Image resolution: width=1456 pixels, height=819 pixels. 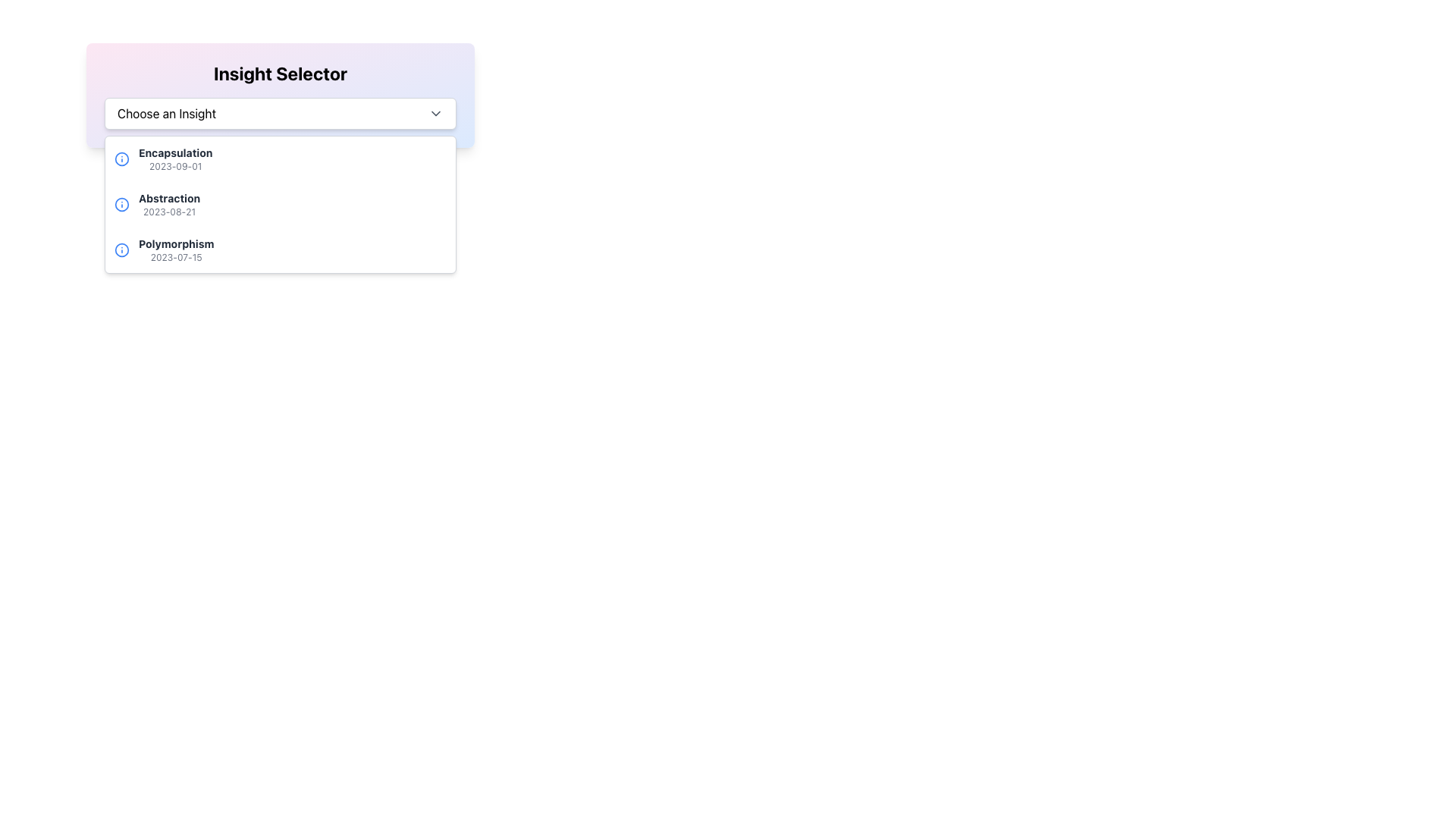 What do you see at coordinates (280, 249) in the screenshot?
I see `the dropdown list item titled 'Polymorphism'` at bounding box center [280, 249].